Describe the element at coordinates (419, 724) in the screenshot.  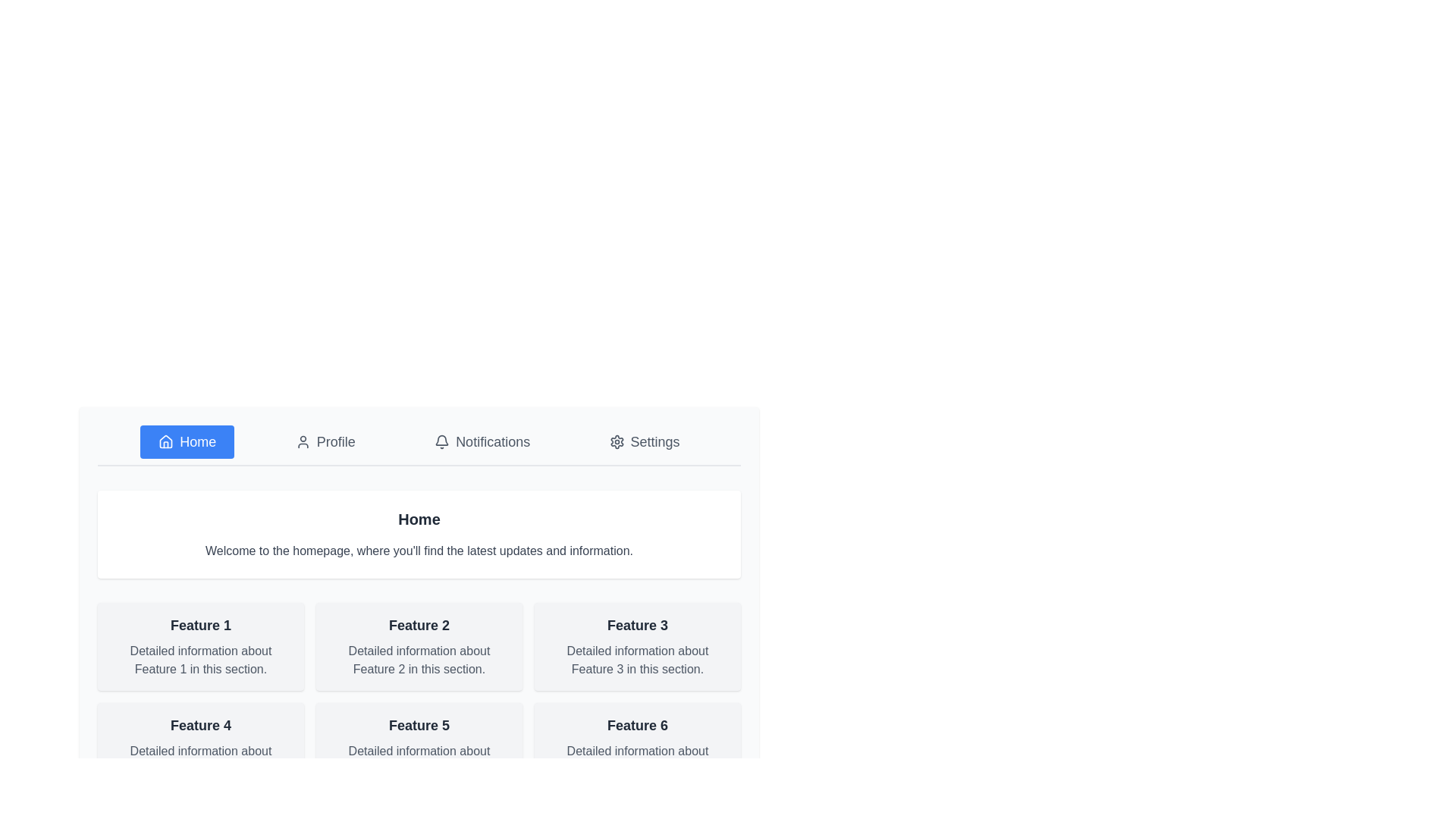
I see `the 'Feature 5' text label, which is styled in a larger bold font and located at the top of the fifth card in a 2x3 grid of feature cards` at that location.